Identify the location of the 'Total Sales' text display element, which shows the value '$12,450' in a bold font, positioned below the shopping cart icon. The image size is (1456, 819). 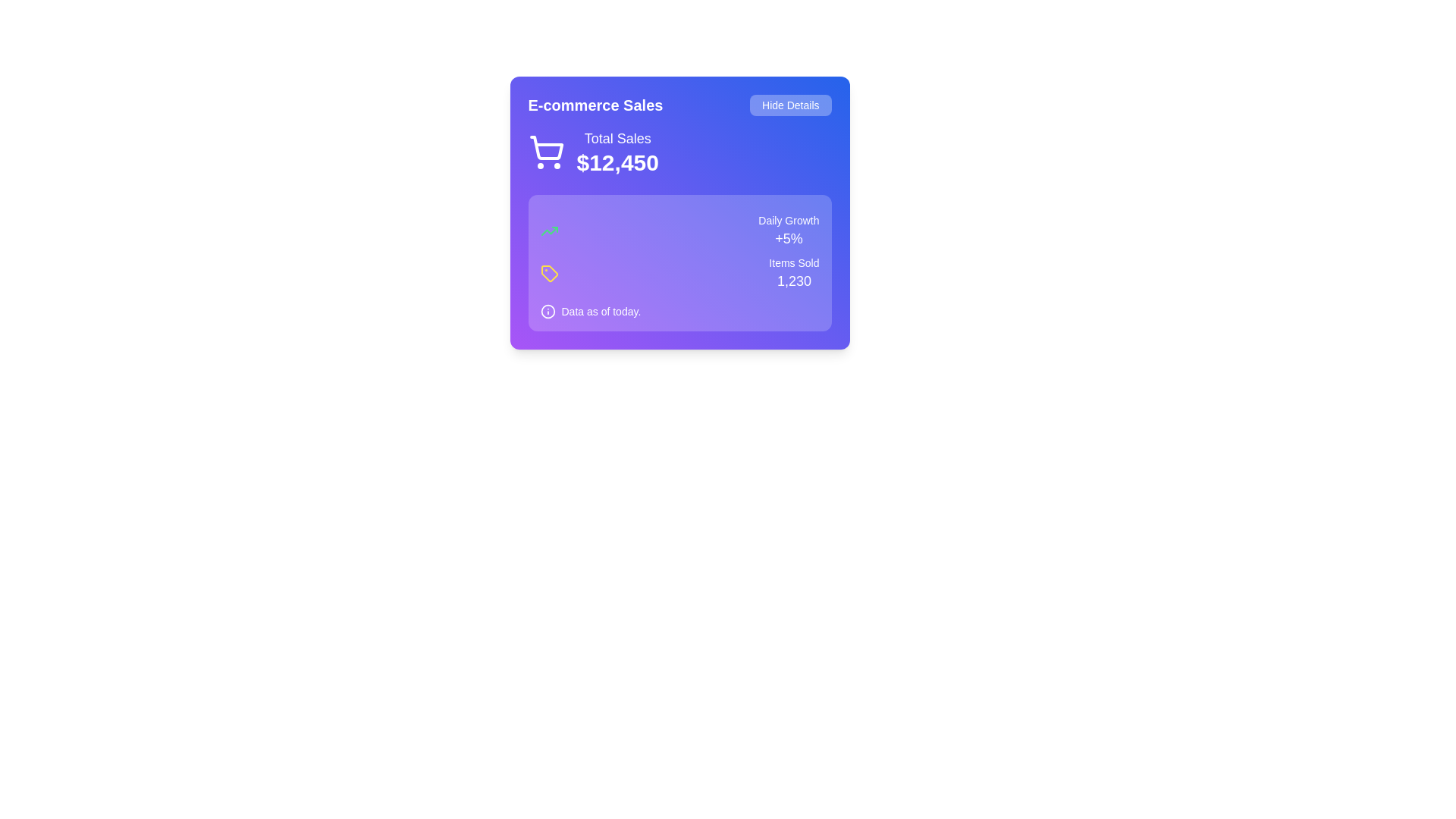
(617, 152).